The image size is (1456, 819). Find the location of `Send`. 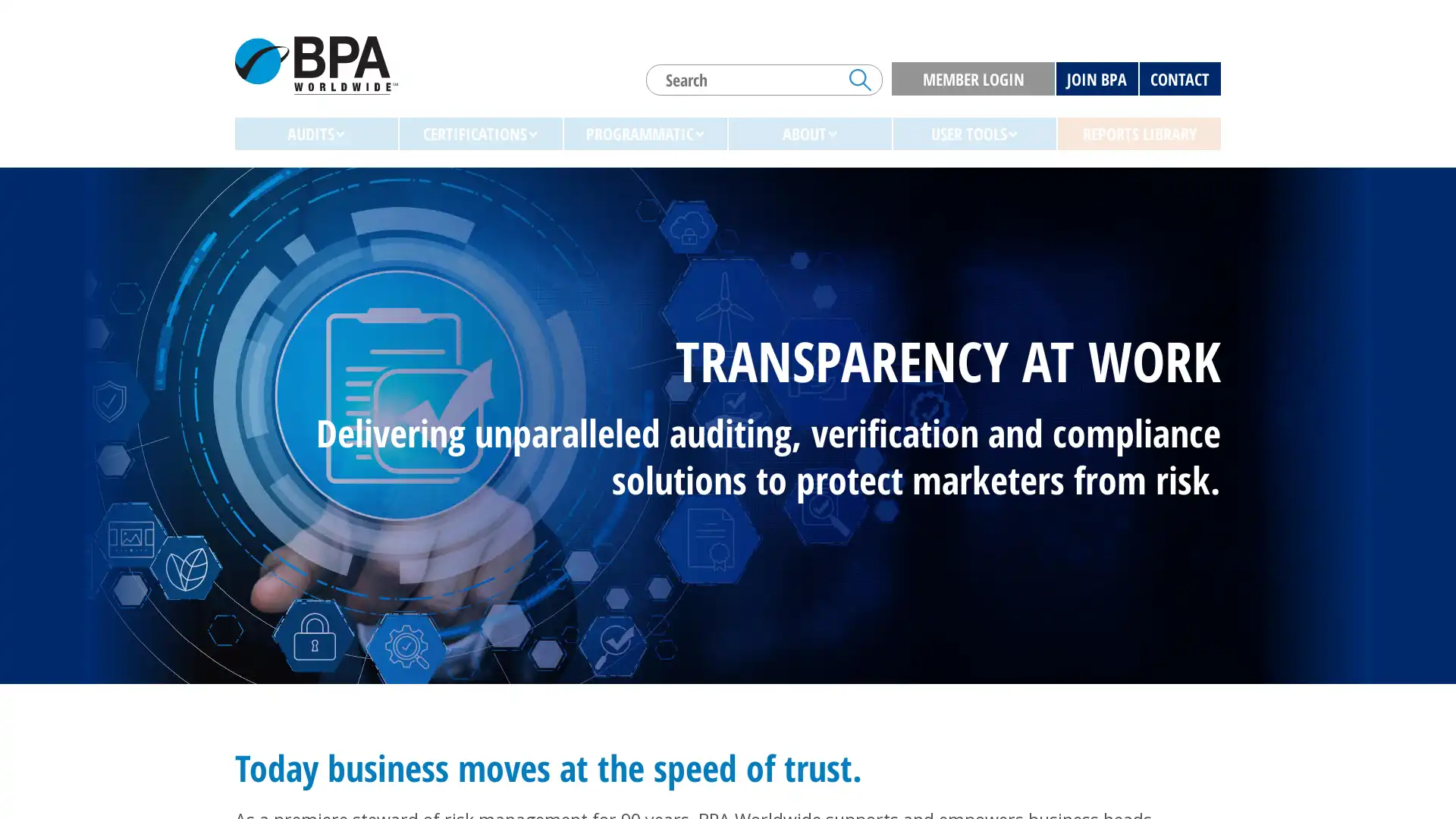

Send is located at coordinates (860, 79).